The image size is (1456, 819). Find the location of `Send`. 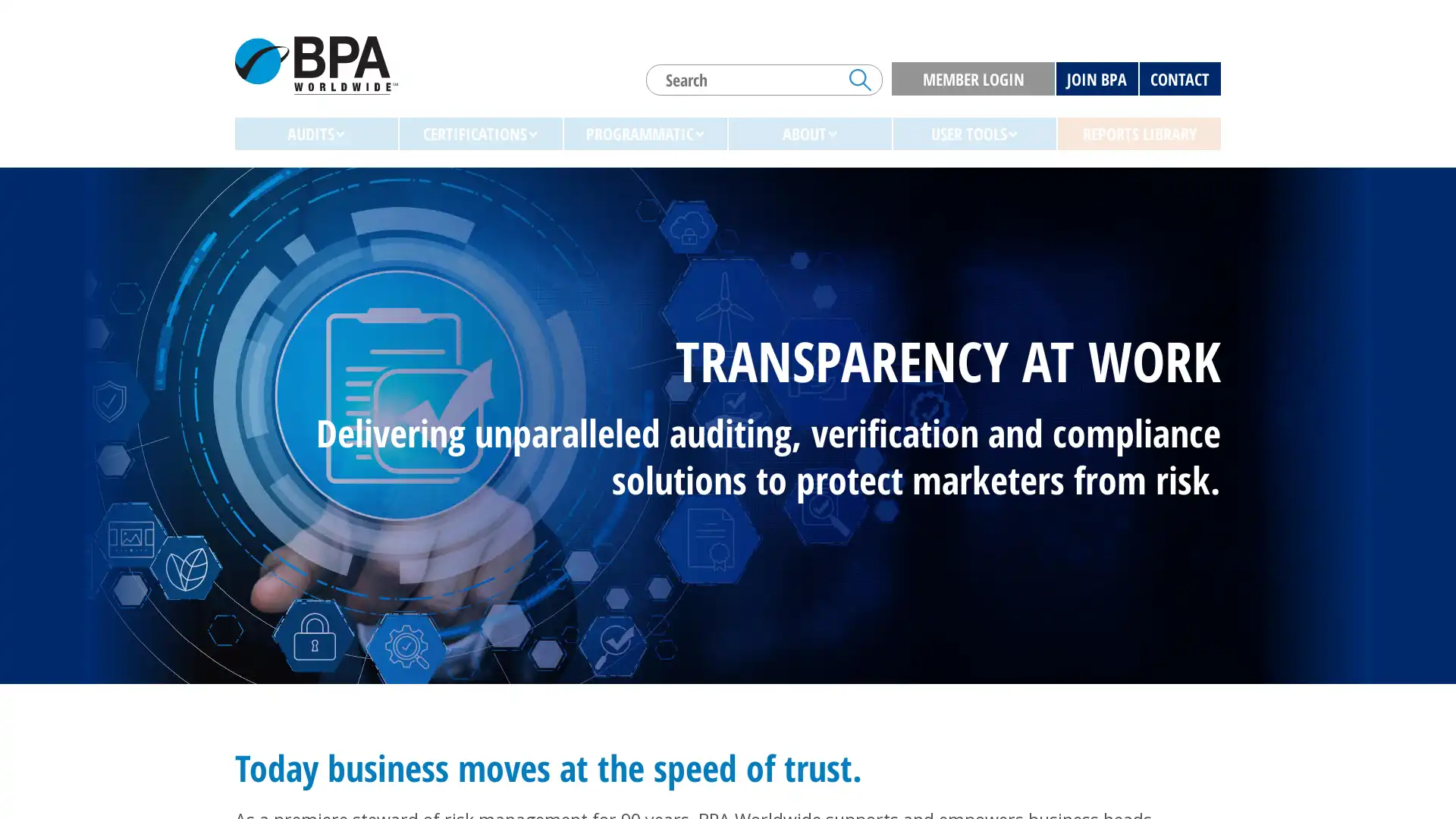

Send is located at coordinates (860, 79).